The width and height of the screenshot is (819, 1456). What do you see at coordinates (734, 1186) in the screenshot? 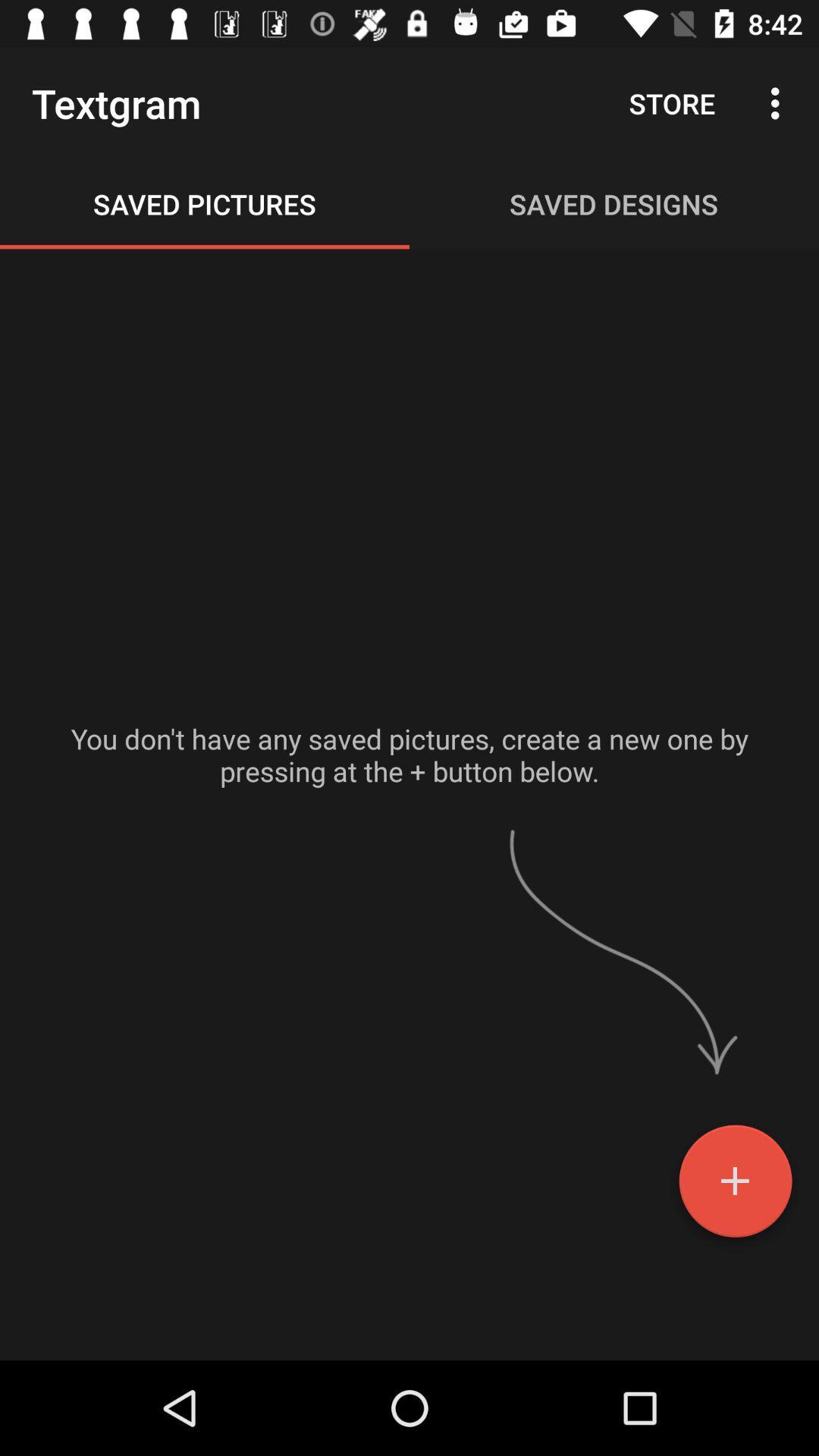
I see `the add icon` at bounding box center [734, 1186].